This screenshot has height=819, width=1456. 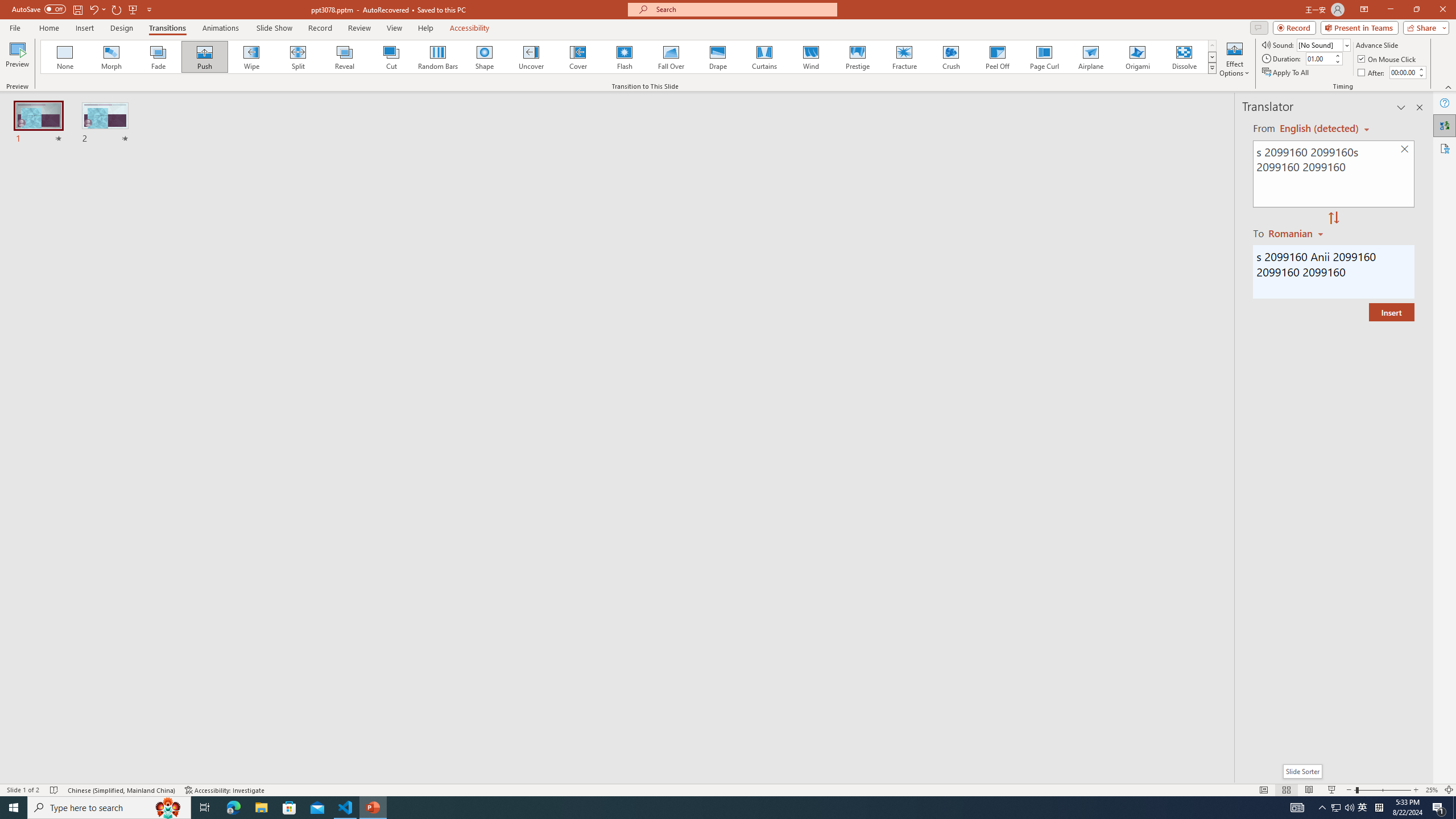 What do you see at coordinates (204, 56) in the screenshot?
I see `'Push'` at bounding box center [204, 56].